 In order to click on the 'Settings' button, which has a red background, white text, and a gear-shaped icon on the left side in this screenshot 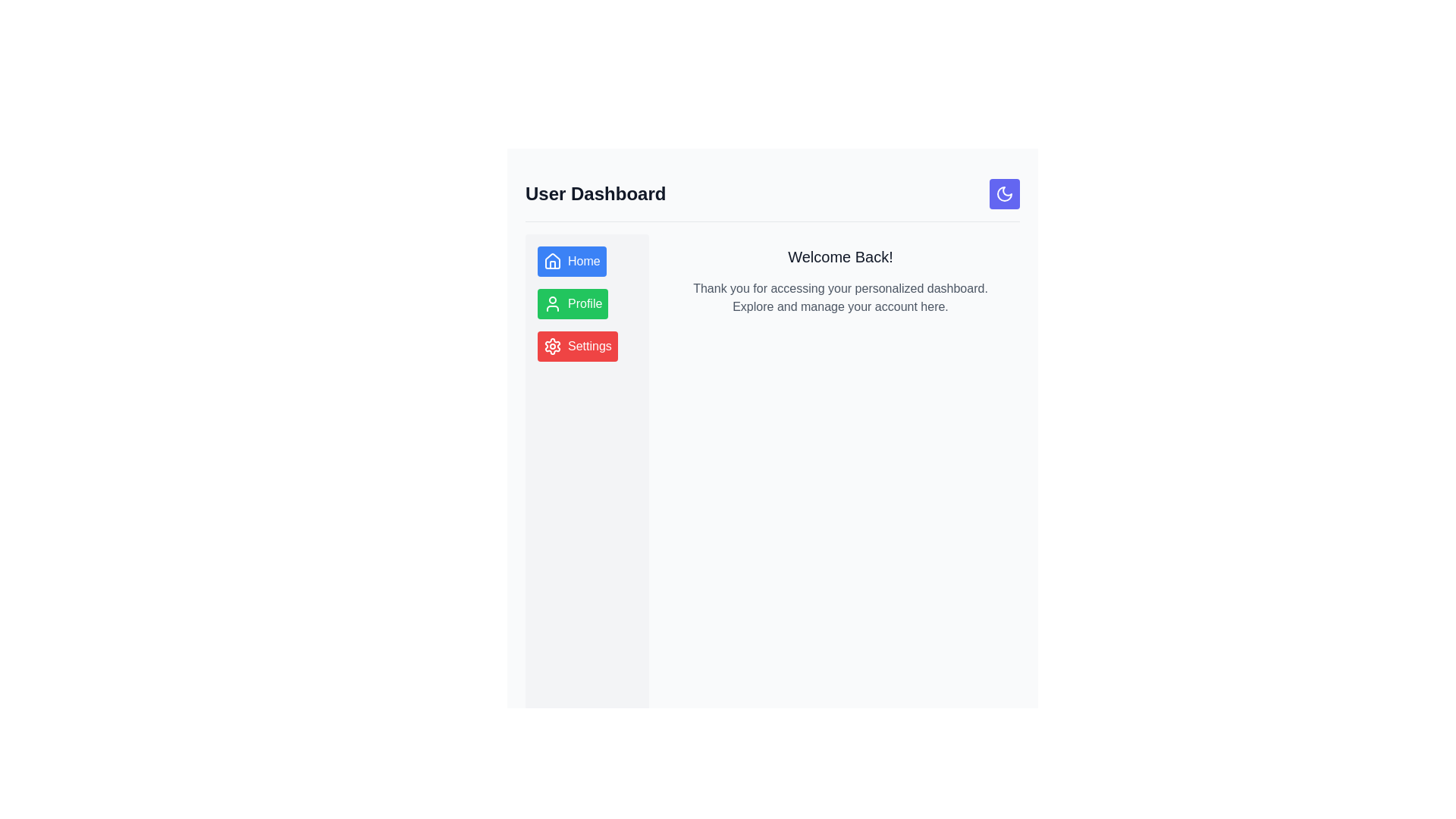, I will do `click(576, 346)`.